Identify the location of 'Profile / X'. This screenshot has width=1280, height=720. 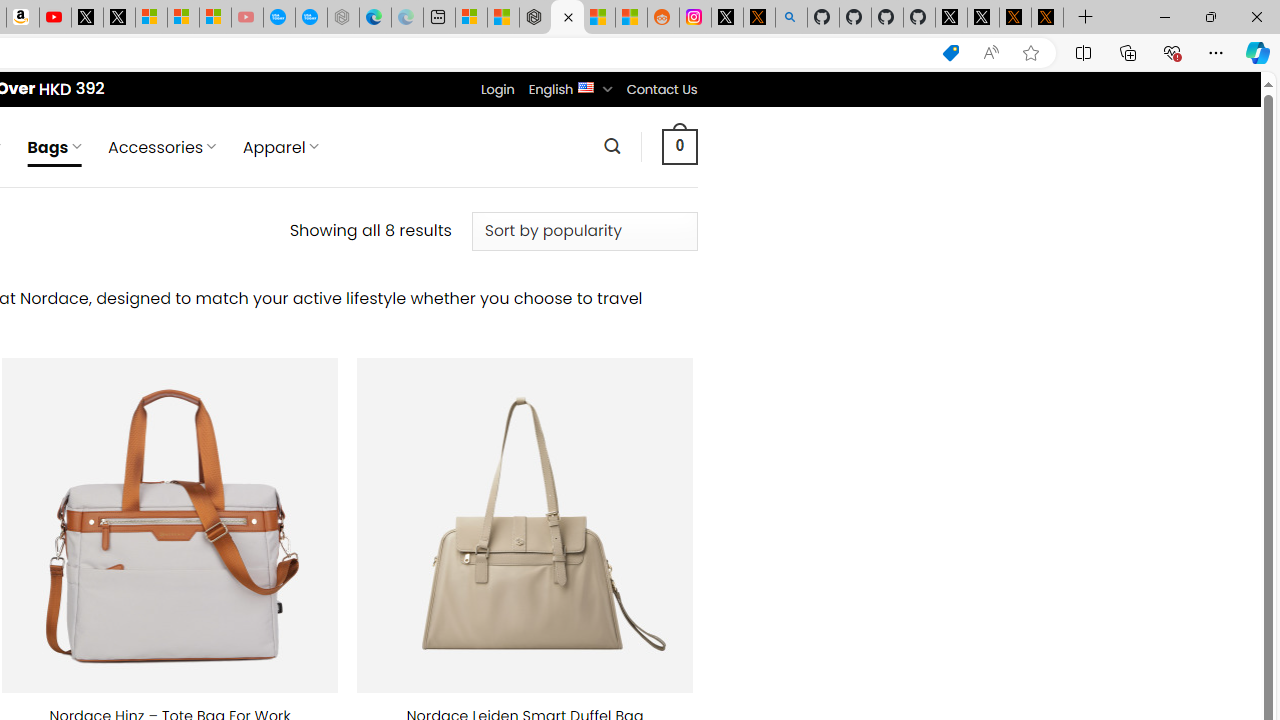
(950, 17).